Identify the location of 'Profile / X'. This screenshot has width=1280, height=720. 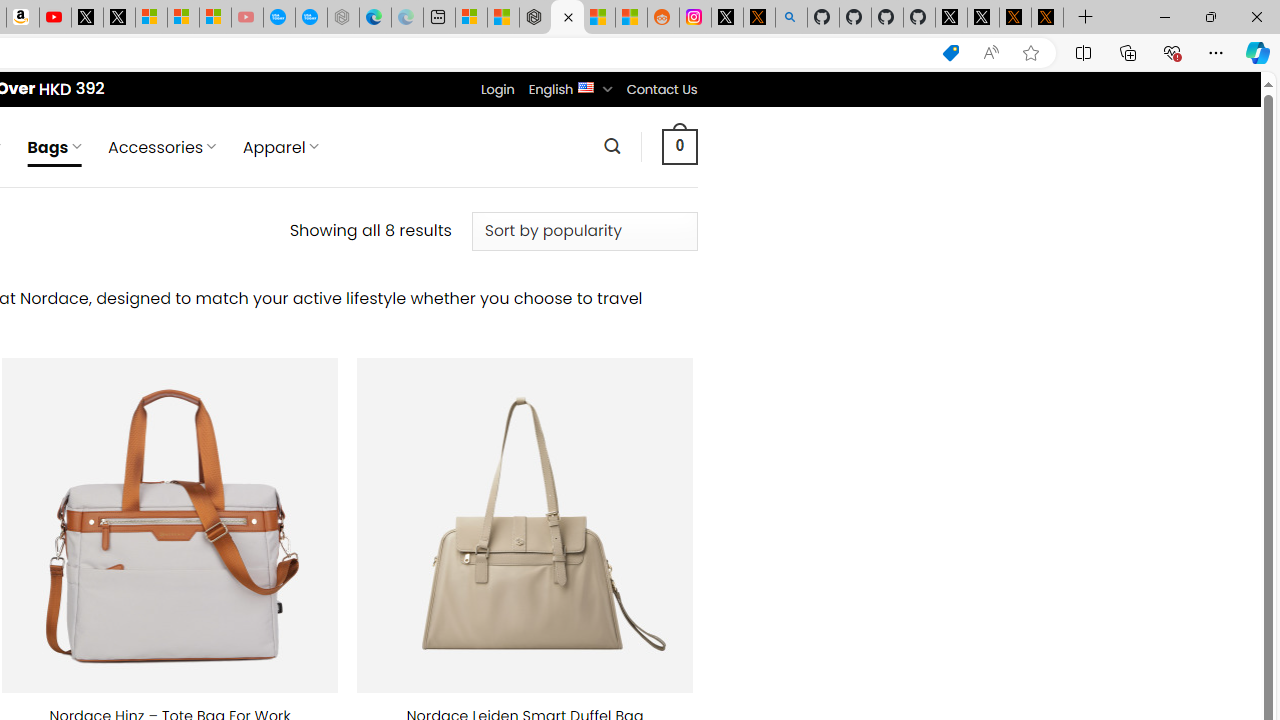
(950, 17).